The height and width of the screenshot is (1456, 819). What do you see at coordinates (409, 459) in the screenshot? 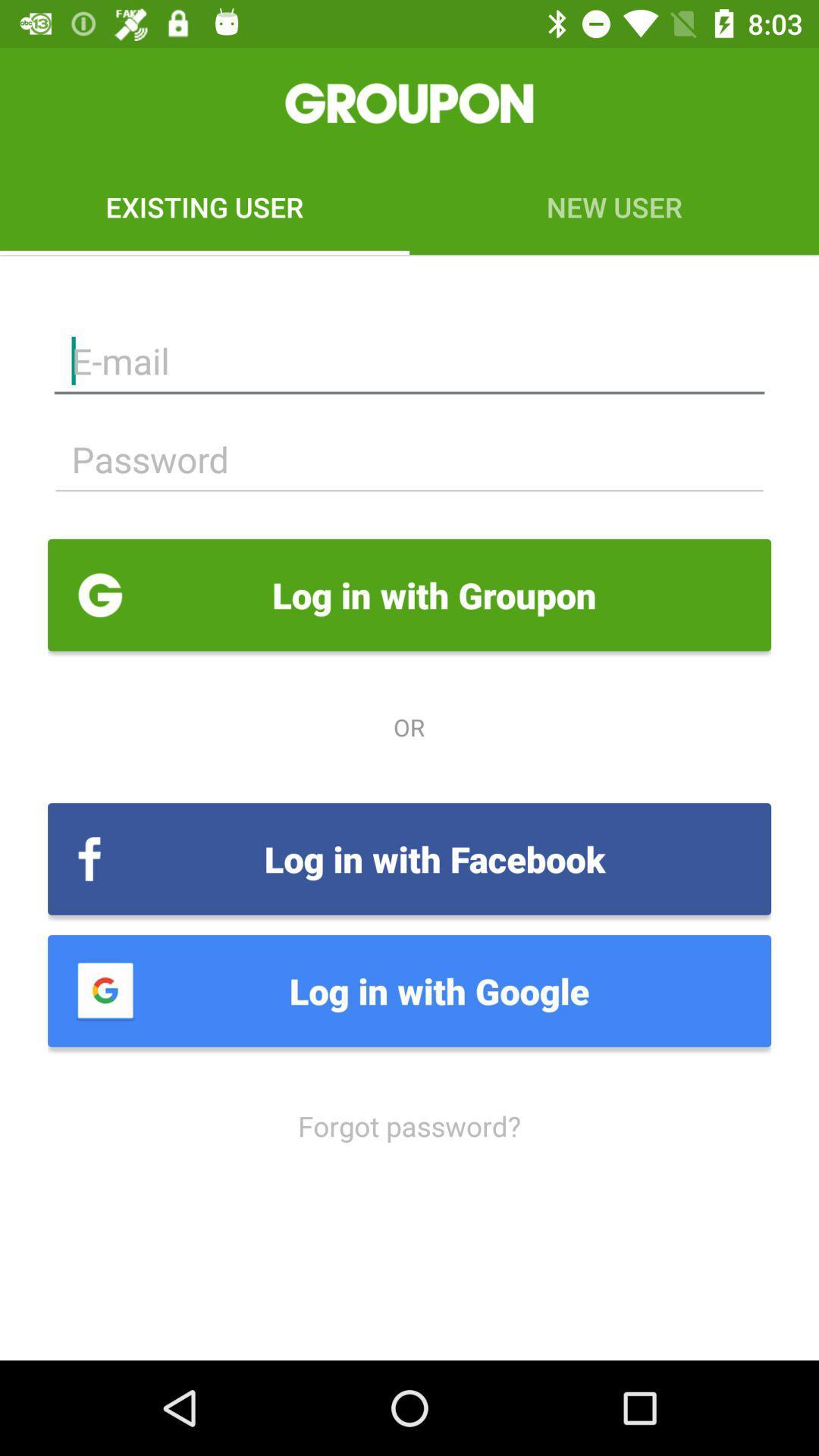
I see `password` at bounding box center [409, 459].